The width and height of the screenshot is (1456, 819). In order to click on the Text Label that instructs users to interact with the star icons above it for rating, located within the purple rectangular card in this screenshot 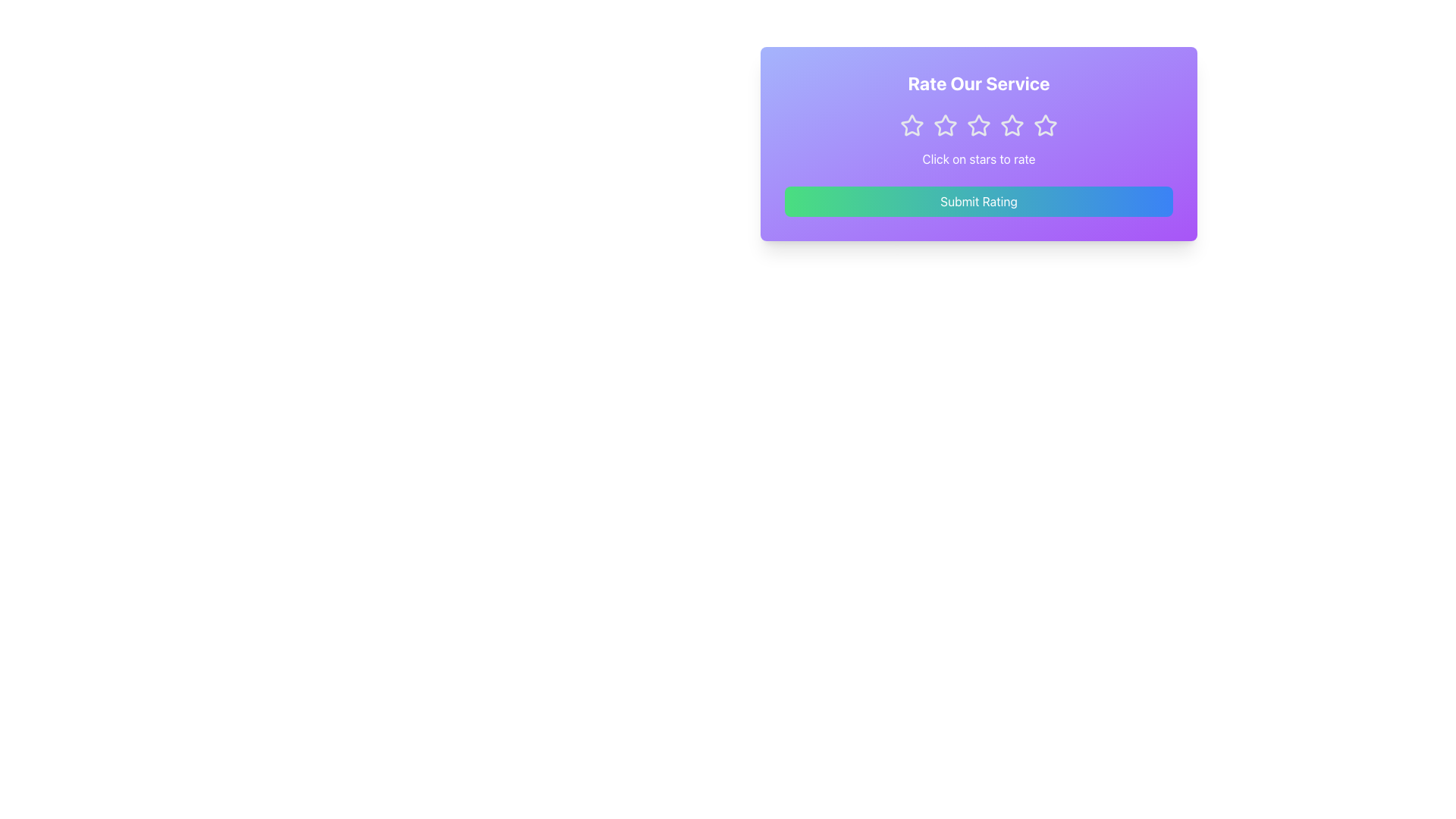, I will do `click(979, 158)`.